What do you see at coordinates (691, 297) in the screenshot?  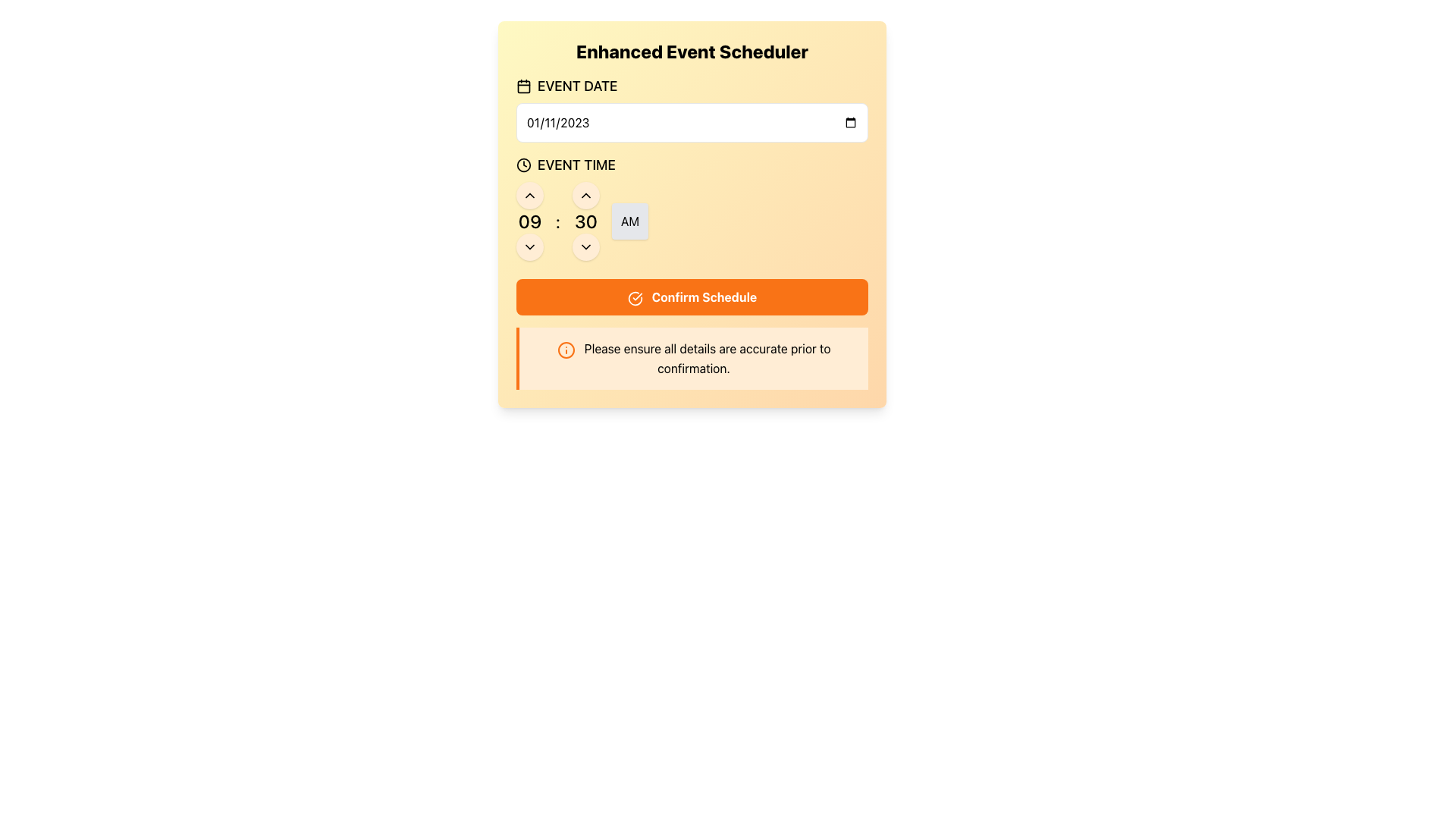 I see `the 'Confirm Schedule' button, which is a bright orange button with rounded corners displaying a bold white text and a checkmark icon, located below the 'Event Time' input controls in the 'Enhanced Event Scheduler' section` at bounding box center [691, 297].